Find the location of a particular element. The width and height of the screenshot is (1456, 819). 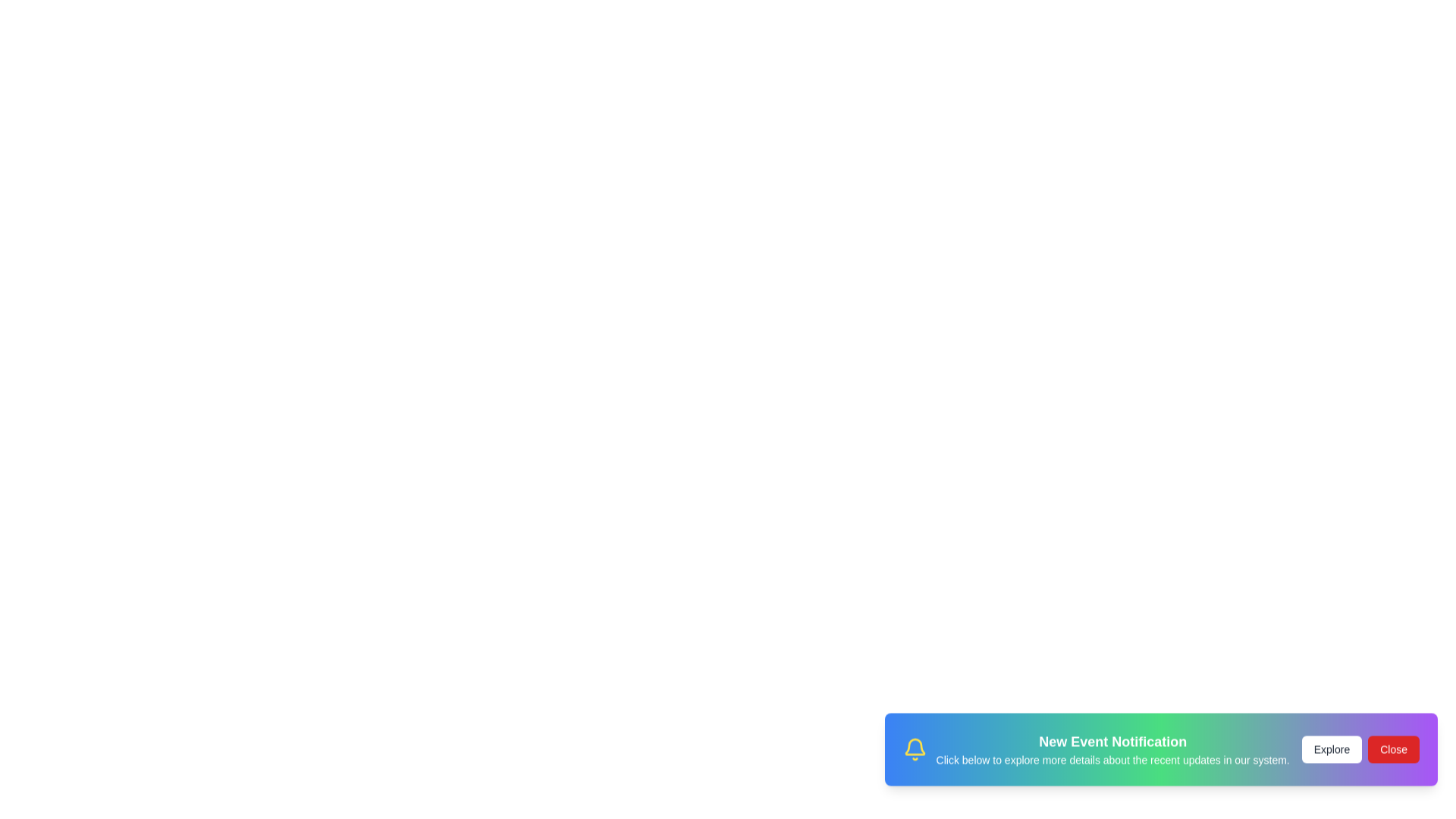

the bell icon to inspect it is located at coordinates (914, 758).